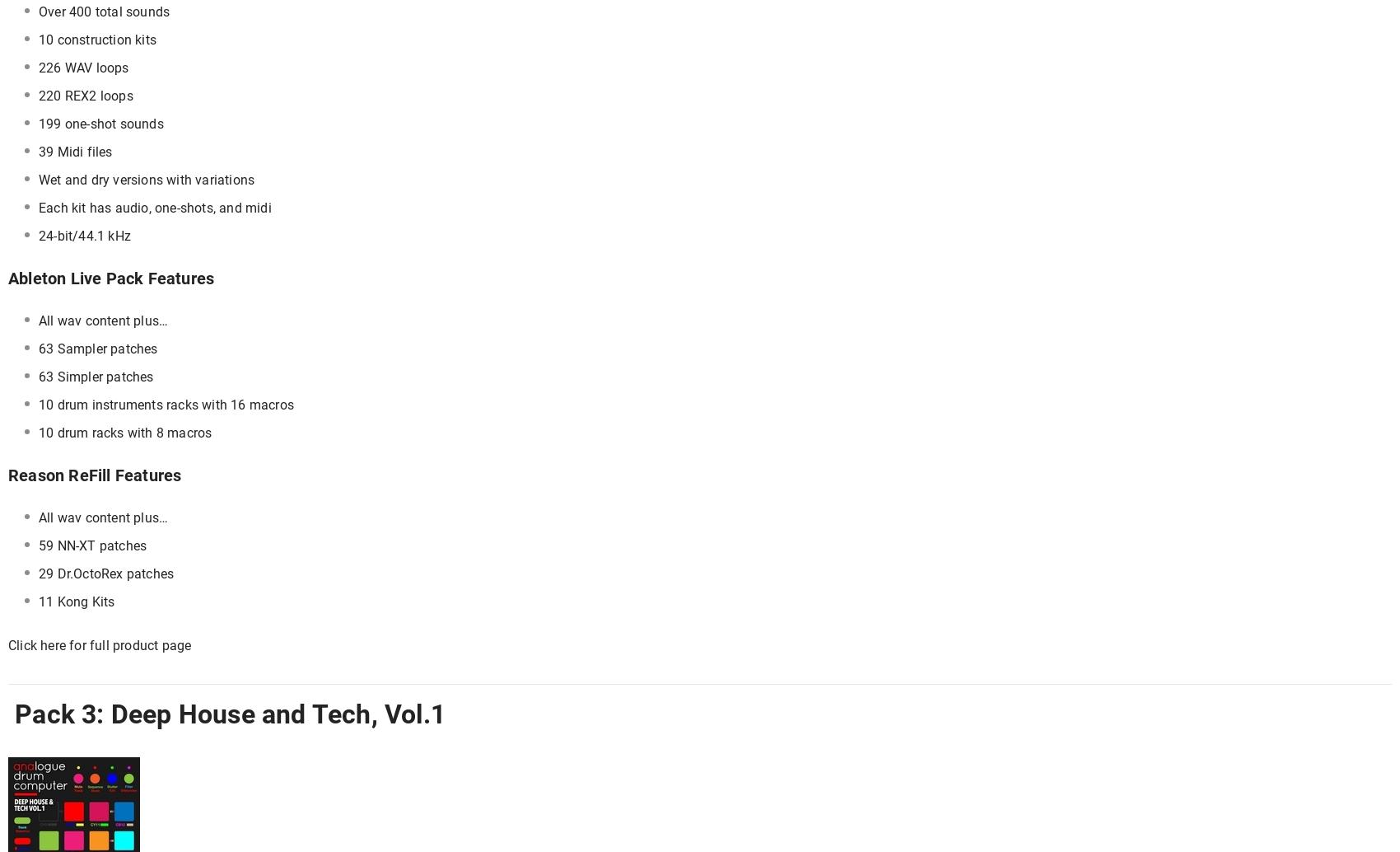 This screenshot has height=852, width=1400. I want to click on '220 REX2 loops', so click(86, 96).